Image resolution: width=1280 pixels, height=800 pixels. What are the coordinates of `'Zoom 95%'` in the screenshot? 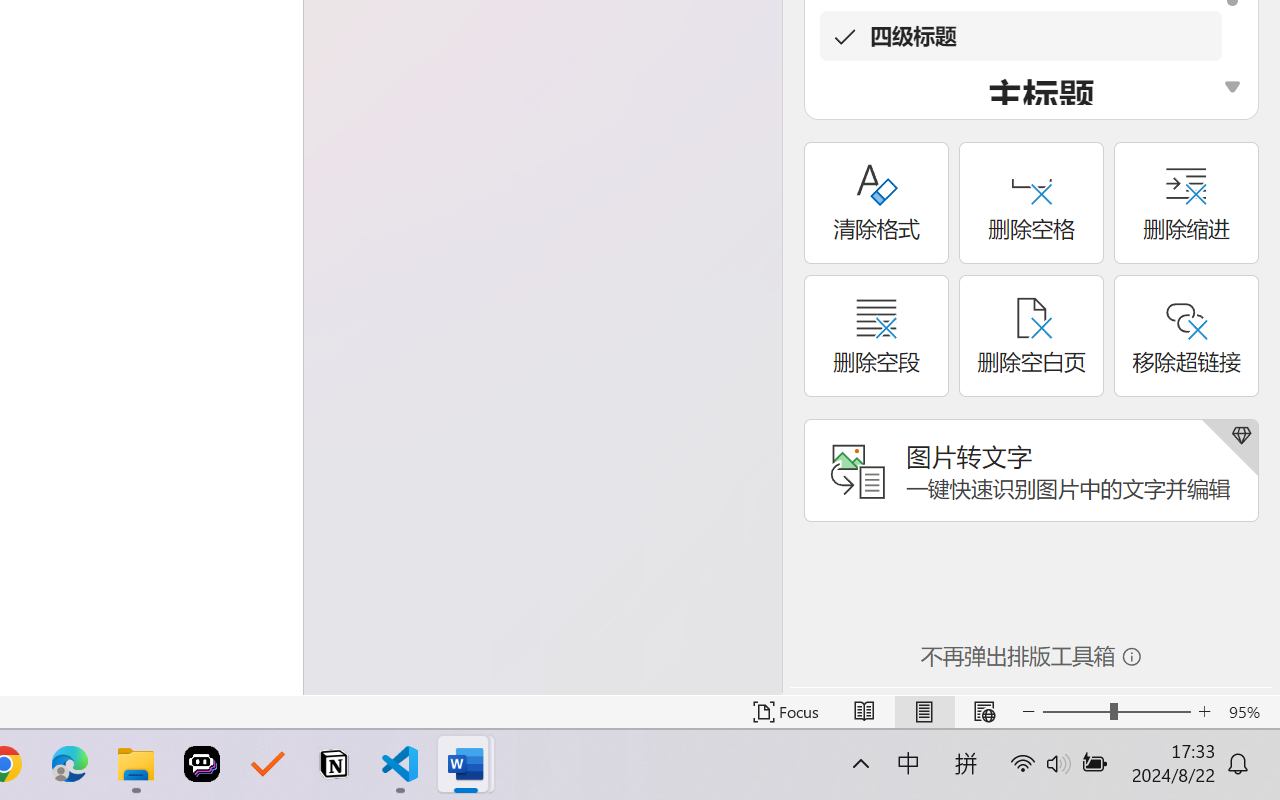 It's located at (1248, 711).